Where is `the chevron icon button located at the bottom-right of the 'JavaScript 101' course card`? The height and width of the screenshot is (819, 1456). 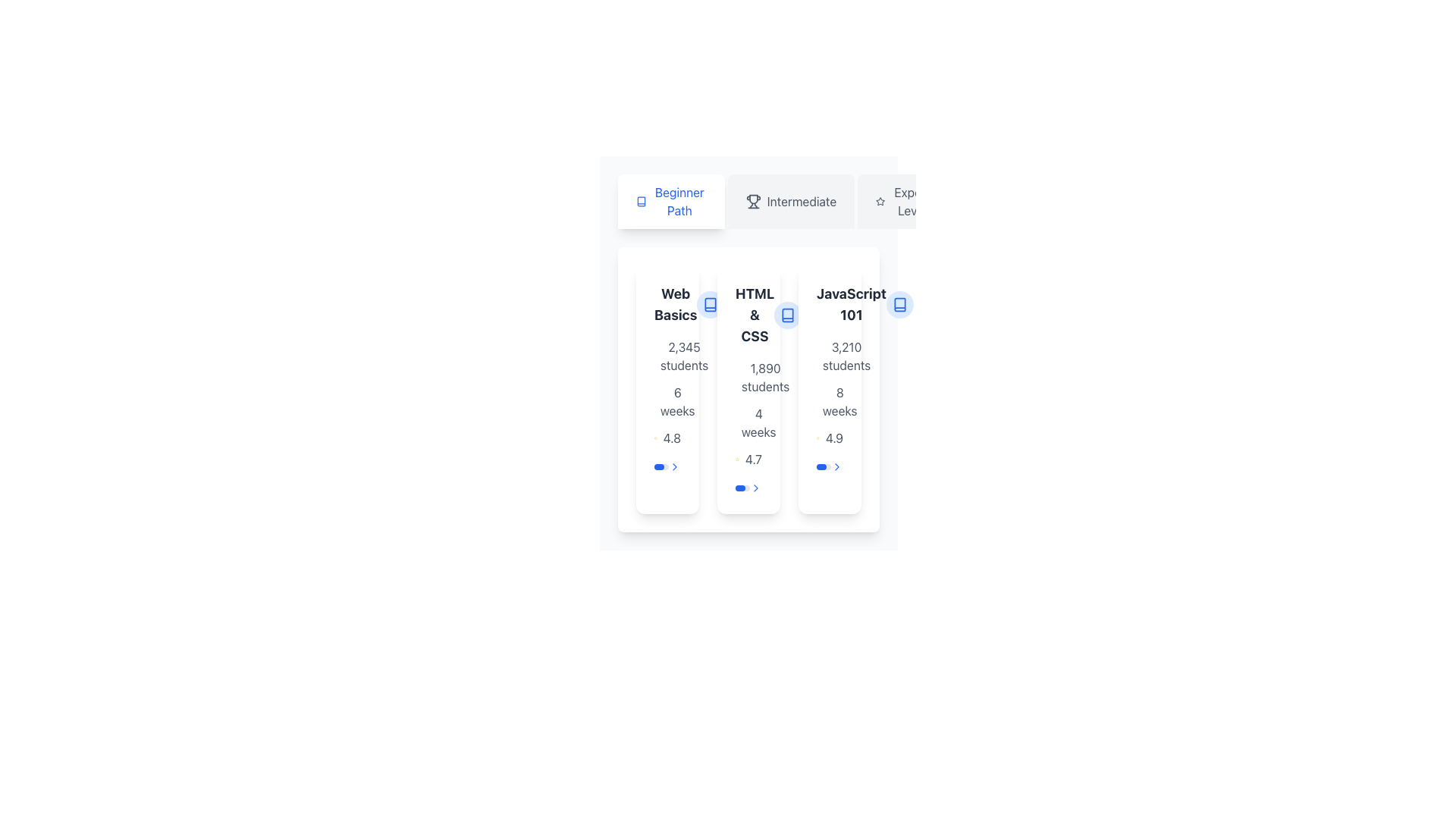 the chevron icon button located at the bottom-right of the 'JavaScript 101' course card is located at coordinates (836, 466).